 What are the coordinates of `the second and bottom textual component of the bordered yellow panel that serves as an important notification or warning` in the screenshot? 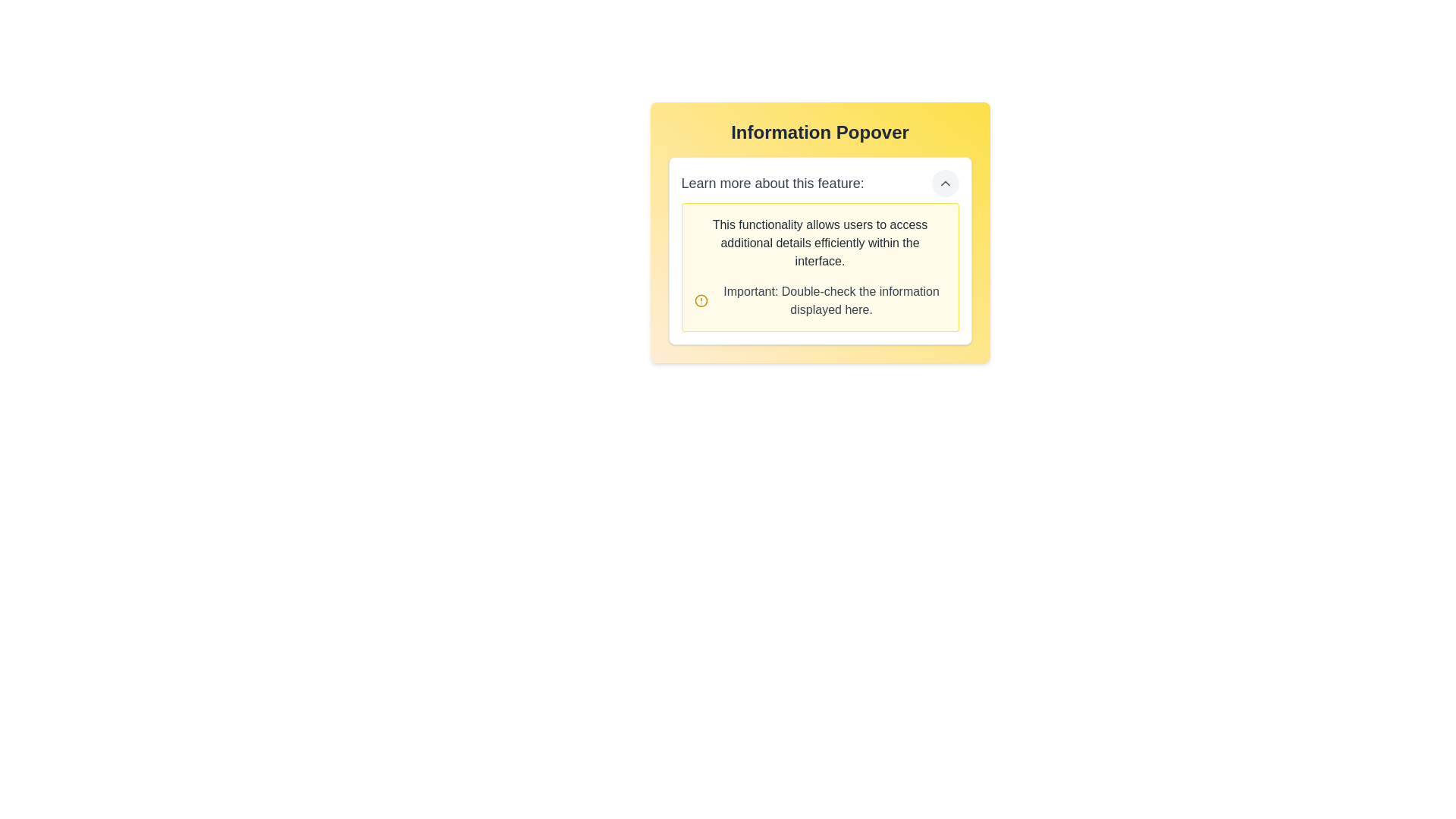 It's located at (819, 301).